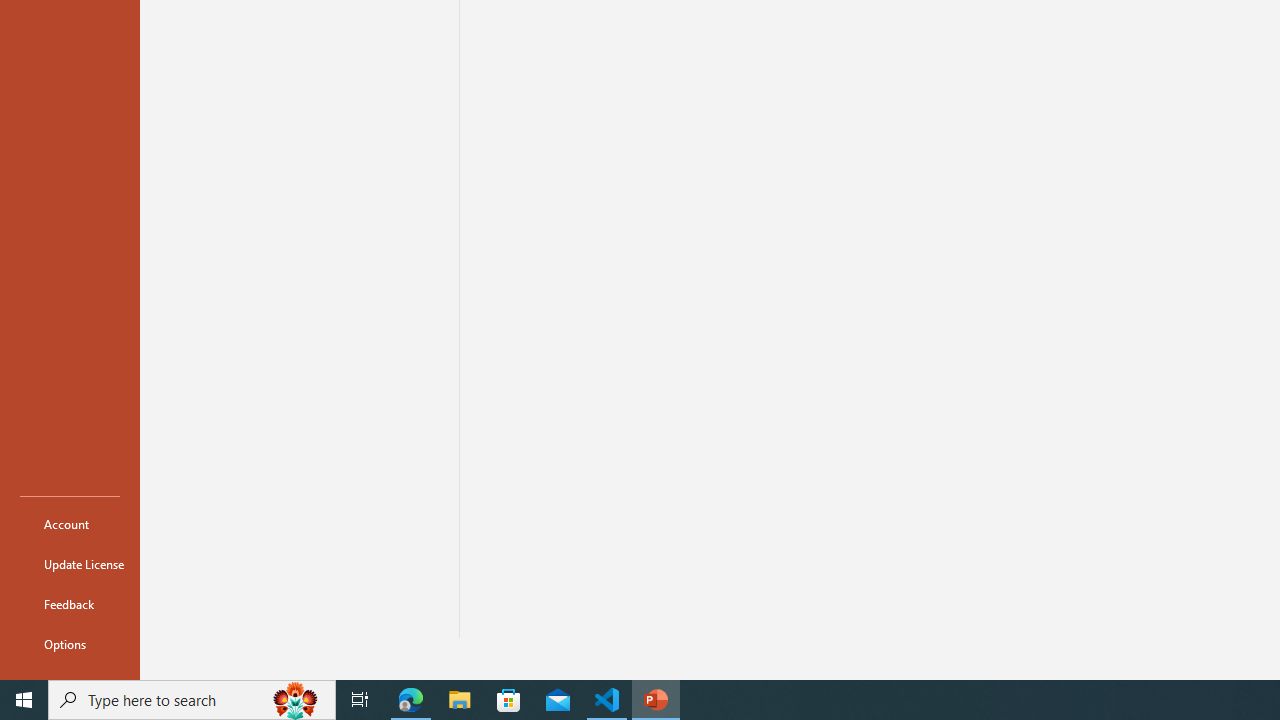 This screenshot has height=720, width=1280. Describe the element at coordinates (69, 644) in the screenshot. I see `'Options'` at that location.